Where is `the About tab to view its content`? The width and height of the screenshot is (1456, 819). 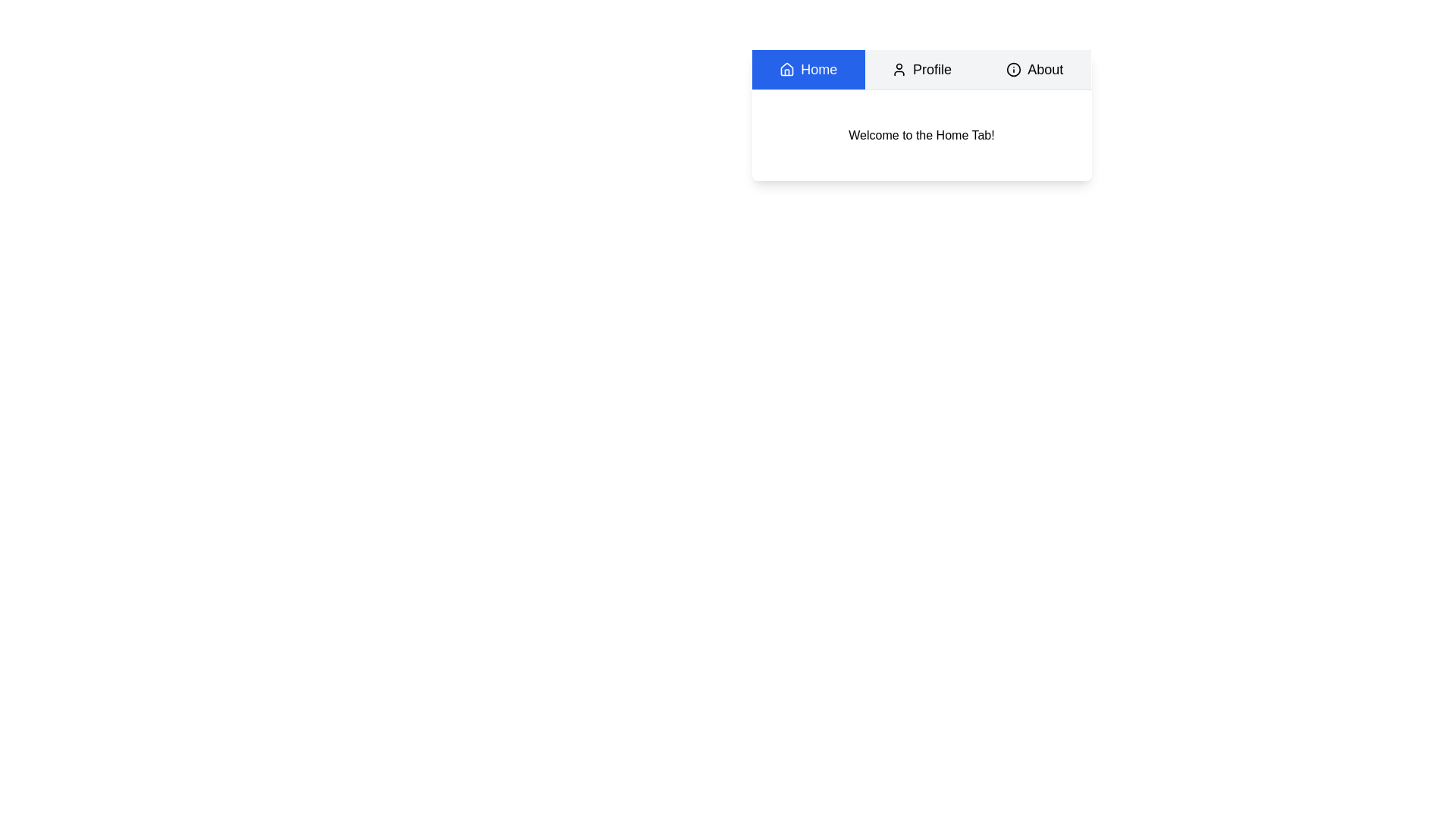 the About tab to view its content is located at coordinates (1034, 70).